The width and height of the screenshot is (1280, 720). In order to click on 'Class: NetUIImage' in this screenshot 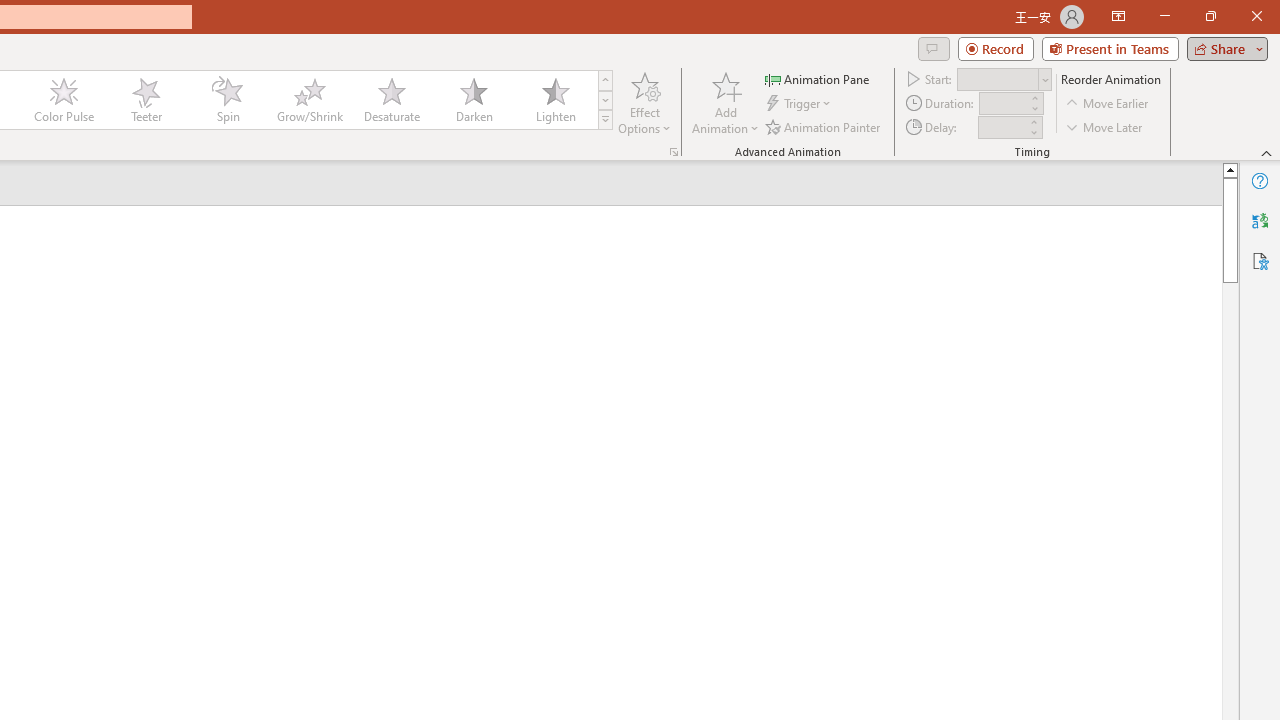, I will do `click(605, 119)`.